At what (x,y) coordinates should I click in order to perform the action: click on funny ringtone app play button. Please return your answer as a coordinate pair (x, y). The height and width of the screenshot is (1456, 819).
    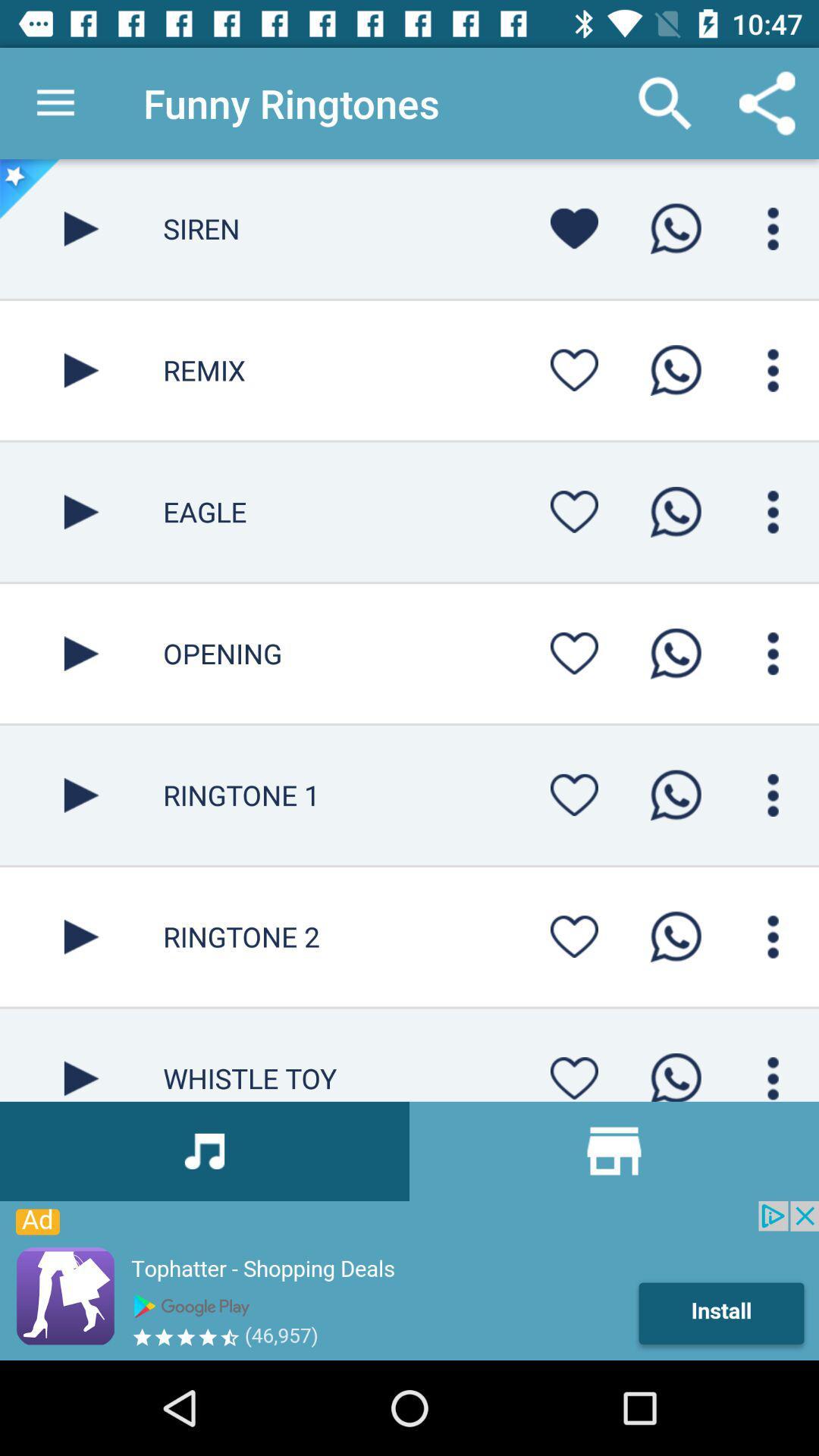
    Looking at the image, I should click on (81, 227).